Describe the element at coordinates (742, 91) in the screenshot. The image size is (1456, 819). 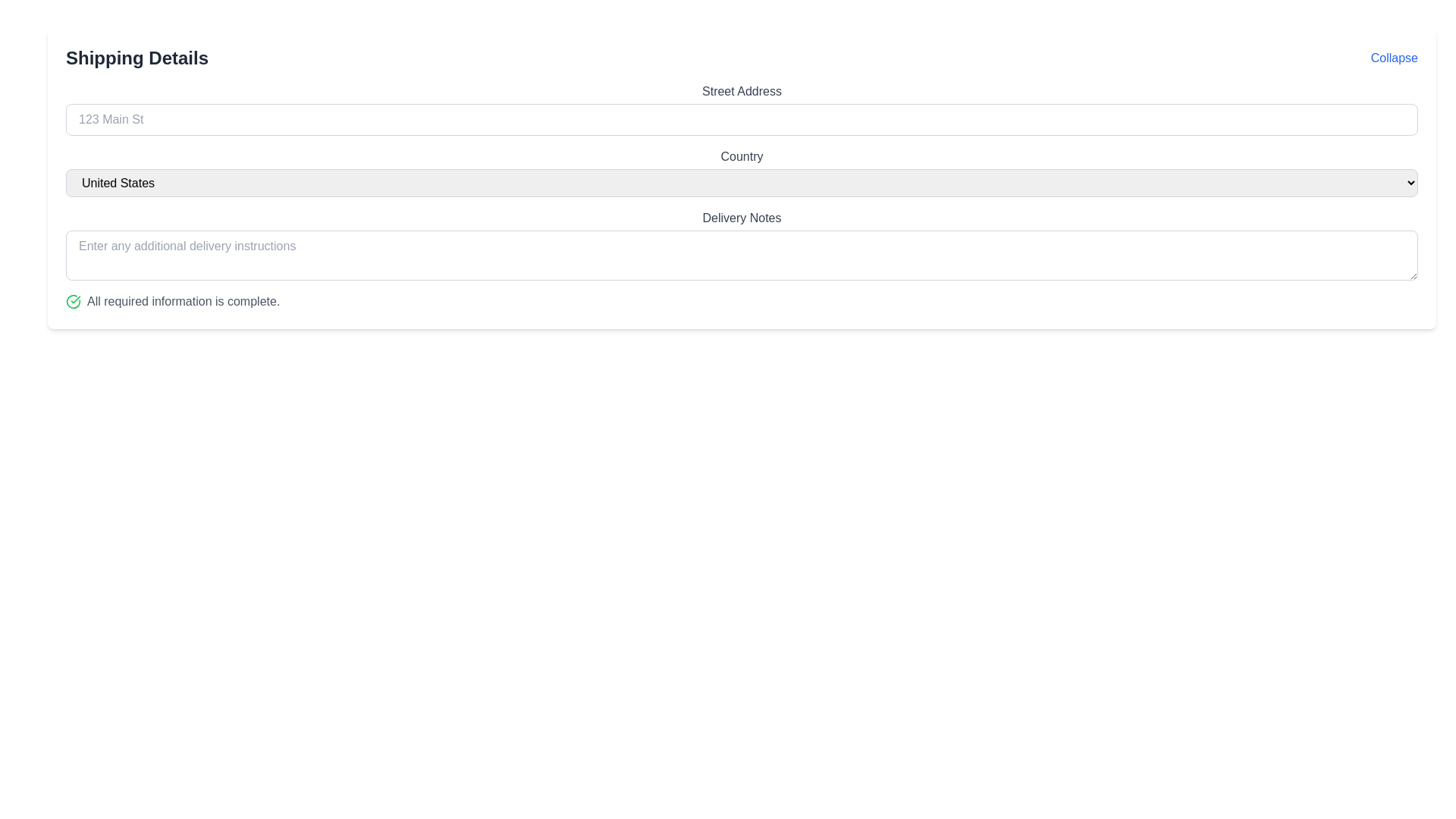
I see `the Text Label that provides context for the '123 Main St' input field, which is positioned above it in the form` at that location.